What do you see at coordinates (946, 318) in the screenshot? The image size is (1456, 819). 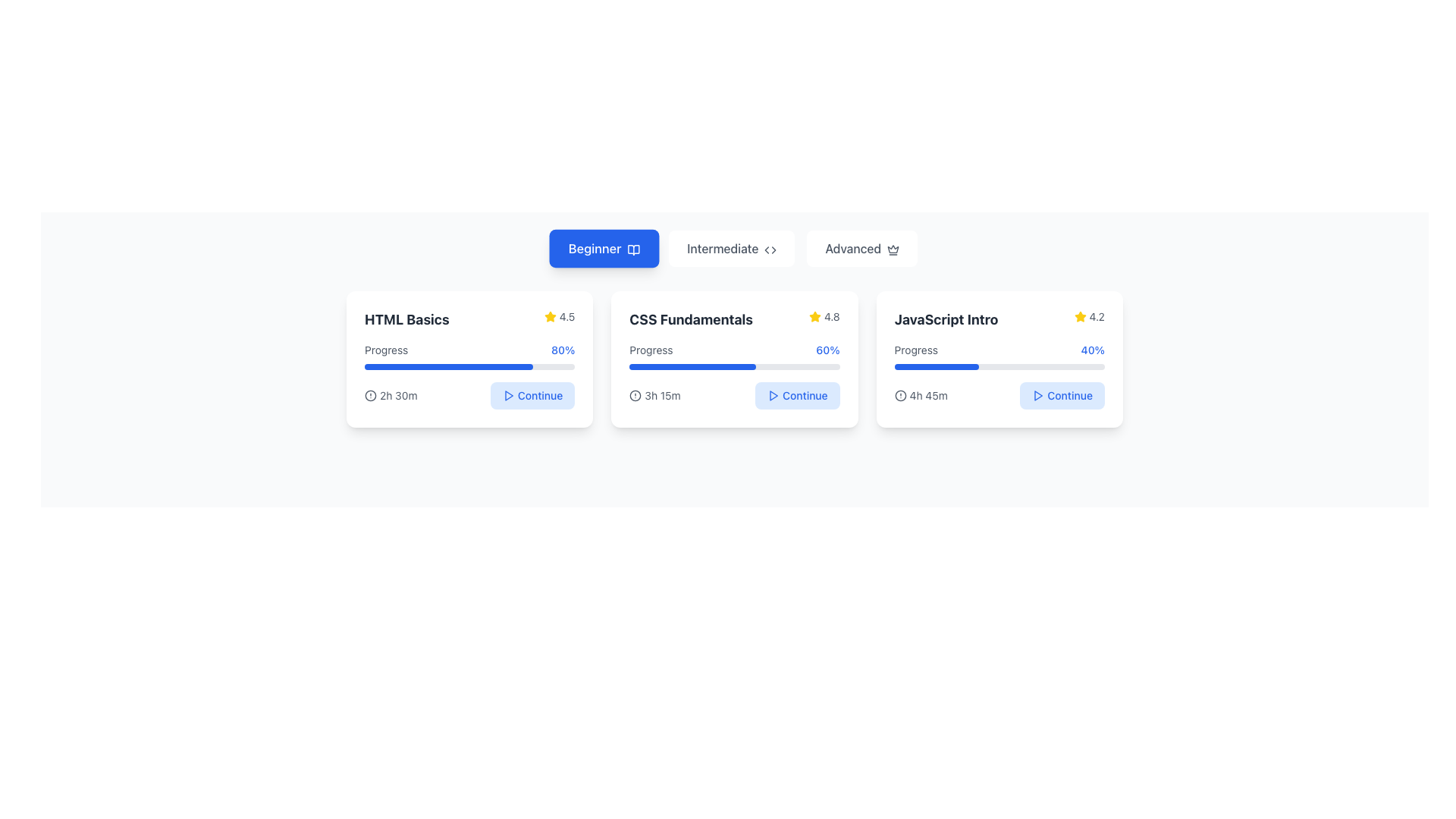 I see `on the 'JavaScript Intro' text element displayed in bold, large font within the third card under the 'Beginner' tab` at bounding box center [946, 318].